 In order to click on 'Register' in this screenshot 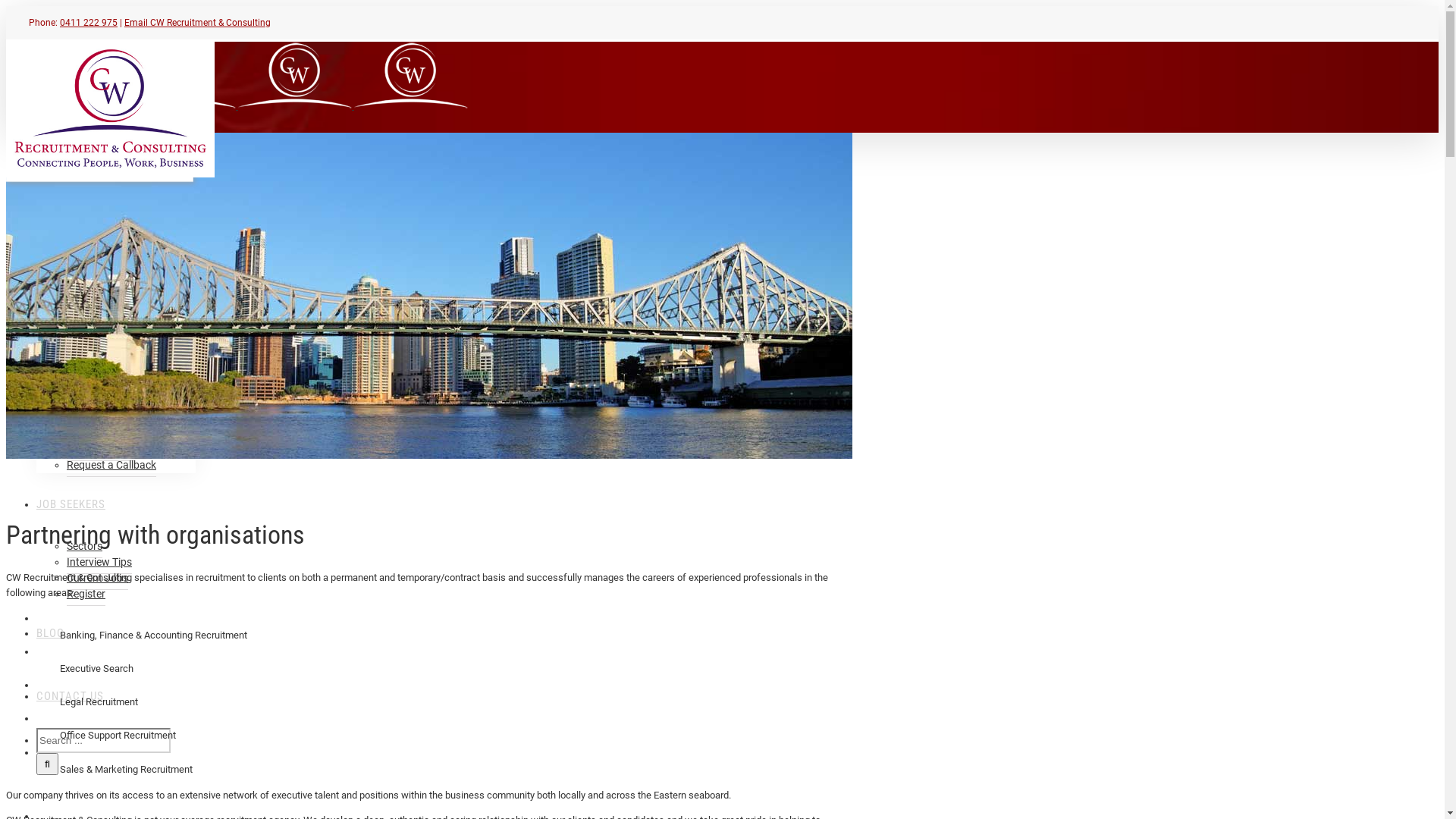, I will do `click(65, 593)`.